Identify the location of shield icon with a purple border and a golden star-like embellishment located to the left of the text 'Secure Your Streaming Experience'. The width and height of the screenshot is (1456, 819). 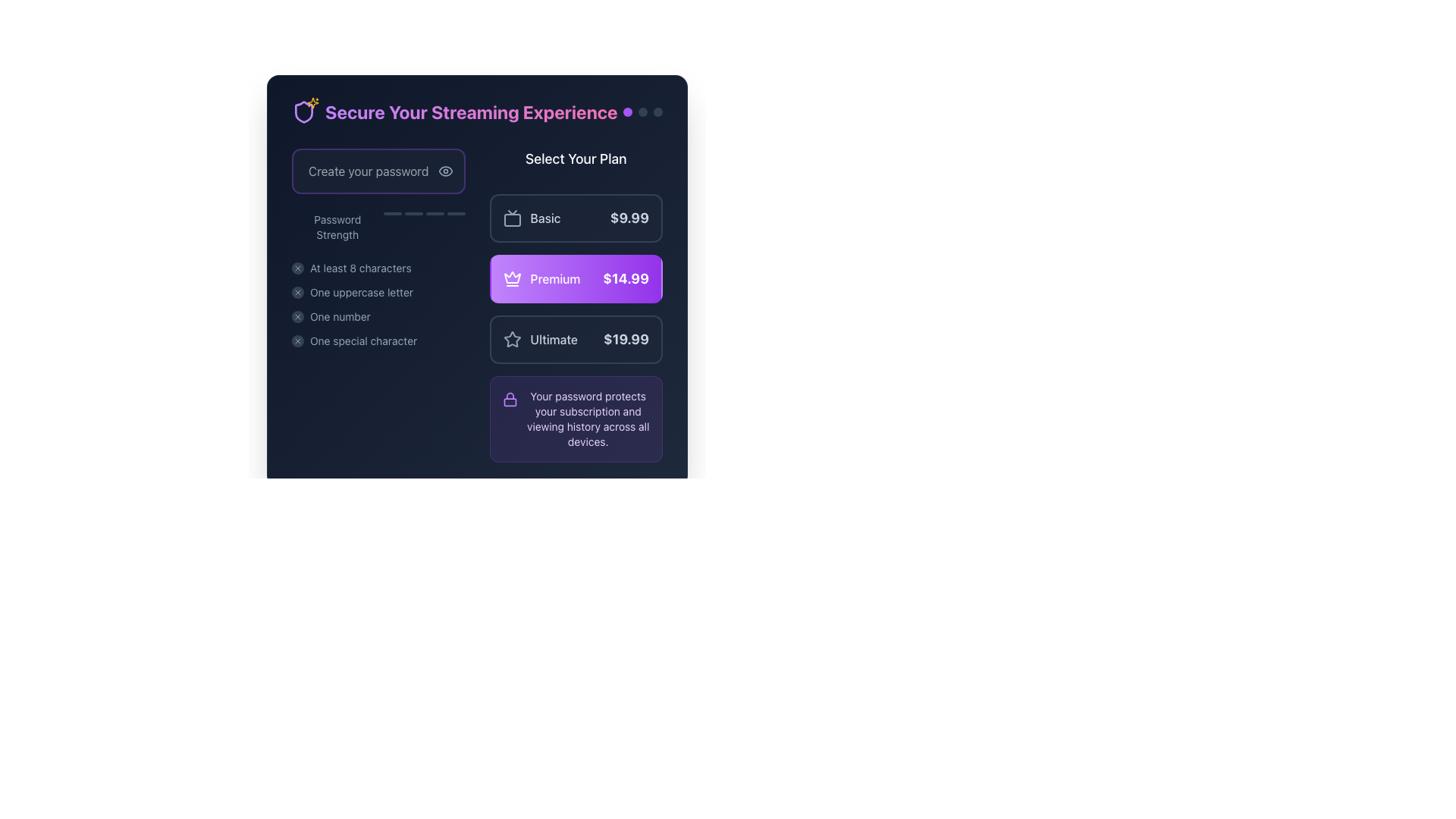
(303, 111).